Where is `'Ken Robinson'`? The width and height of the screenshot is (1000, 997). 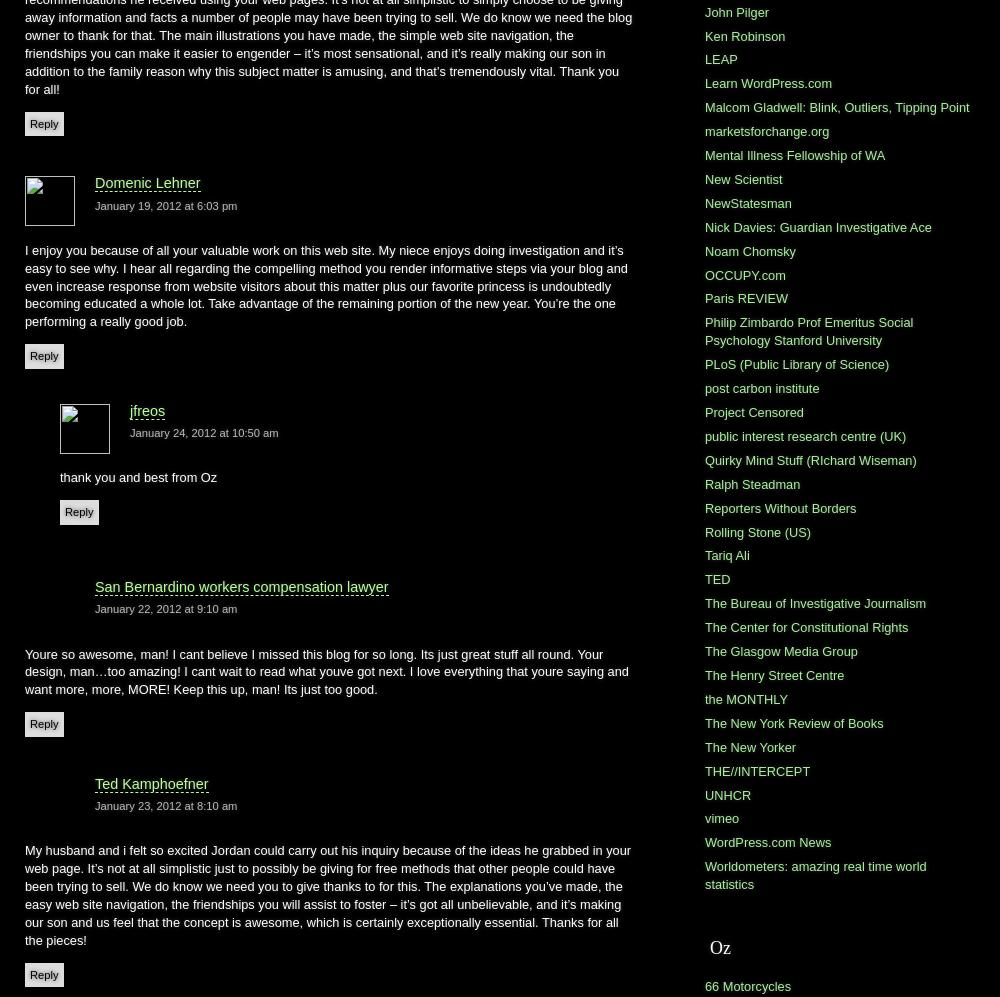 'Ken Robinson' is located at coordinates (744, 35).